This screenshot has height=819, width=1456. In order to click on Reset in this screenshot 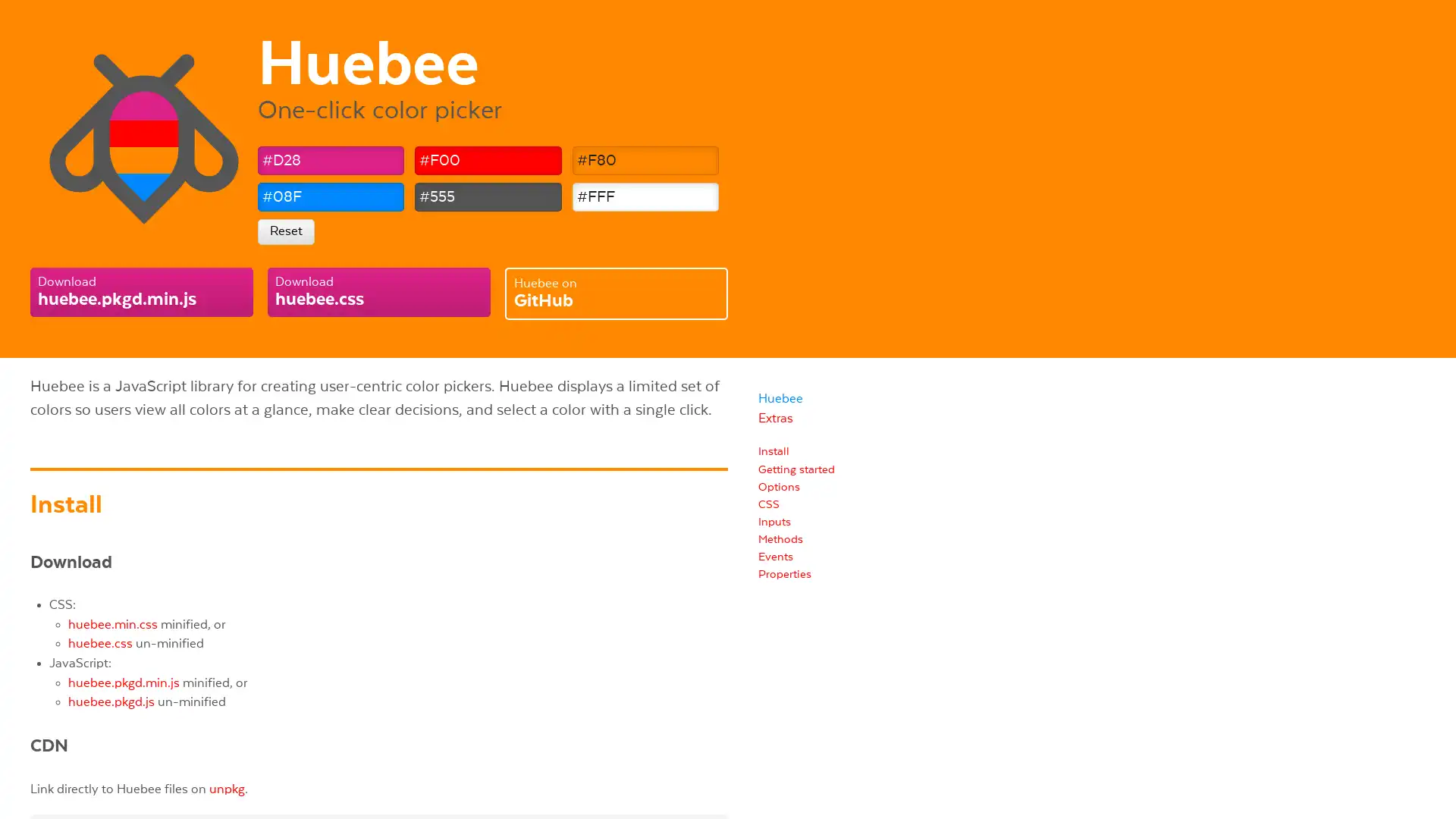, I will do `click(286, 231)`.